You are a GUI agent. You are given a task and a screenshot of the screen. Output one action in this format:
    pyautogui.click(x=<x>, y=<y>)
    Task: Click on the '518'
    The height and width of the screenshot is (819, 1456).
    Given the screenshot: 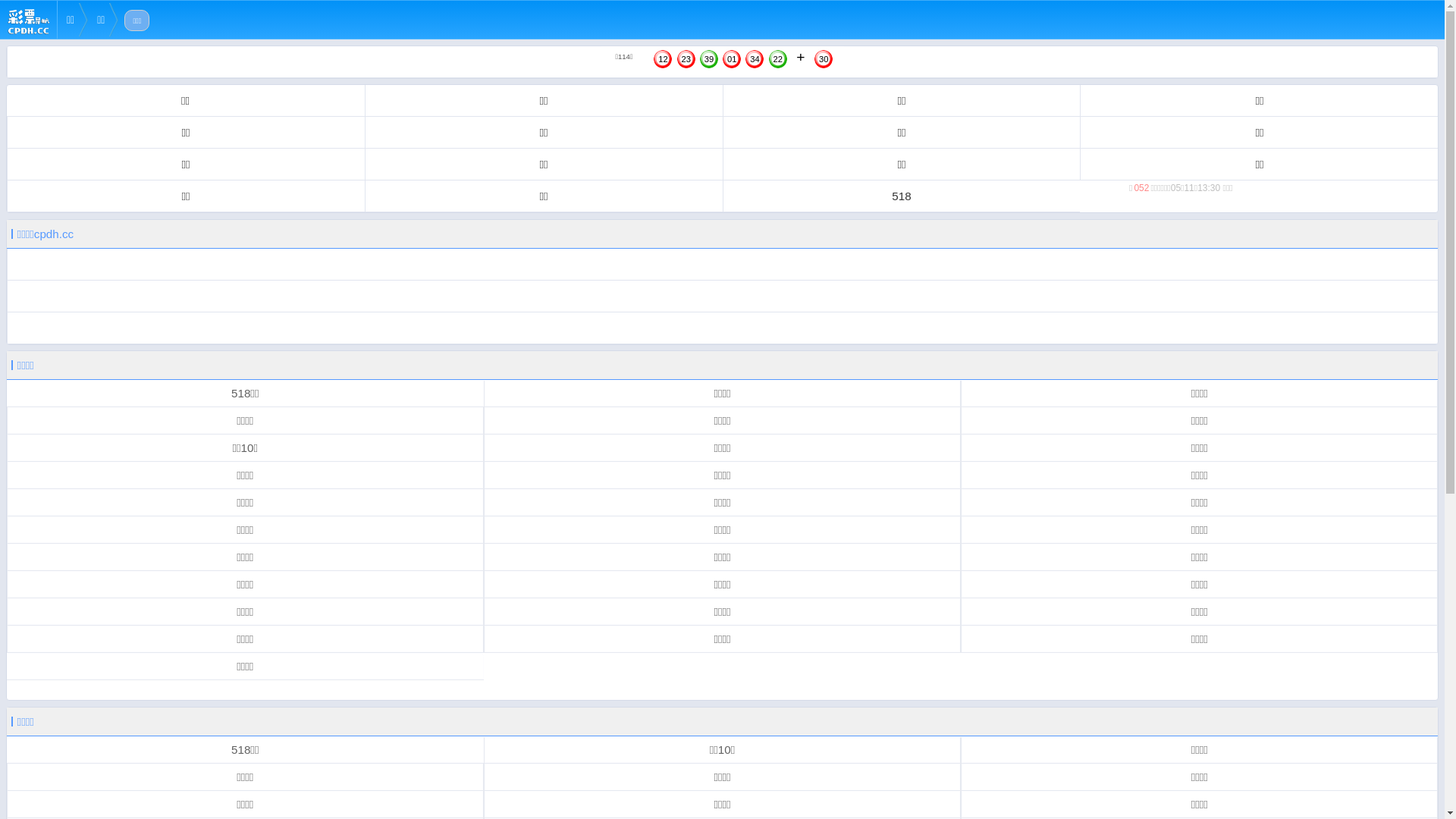 What is the action you would take?
    pyautogui.click(x=901, y=195)
    